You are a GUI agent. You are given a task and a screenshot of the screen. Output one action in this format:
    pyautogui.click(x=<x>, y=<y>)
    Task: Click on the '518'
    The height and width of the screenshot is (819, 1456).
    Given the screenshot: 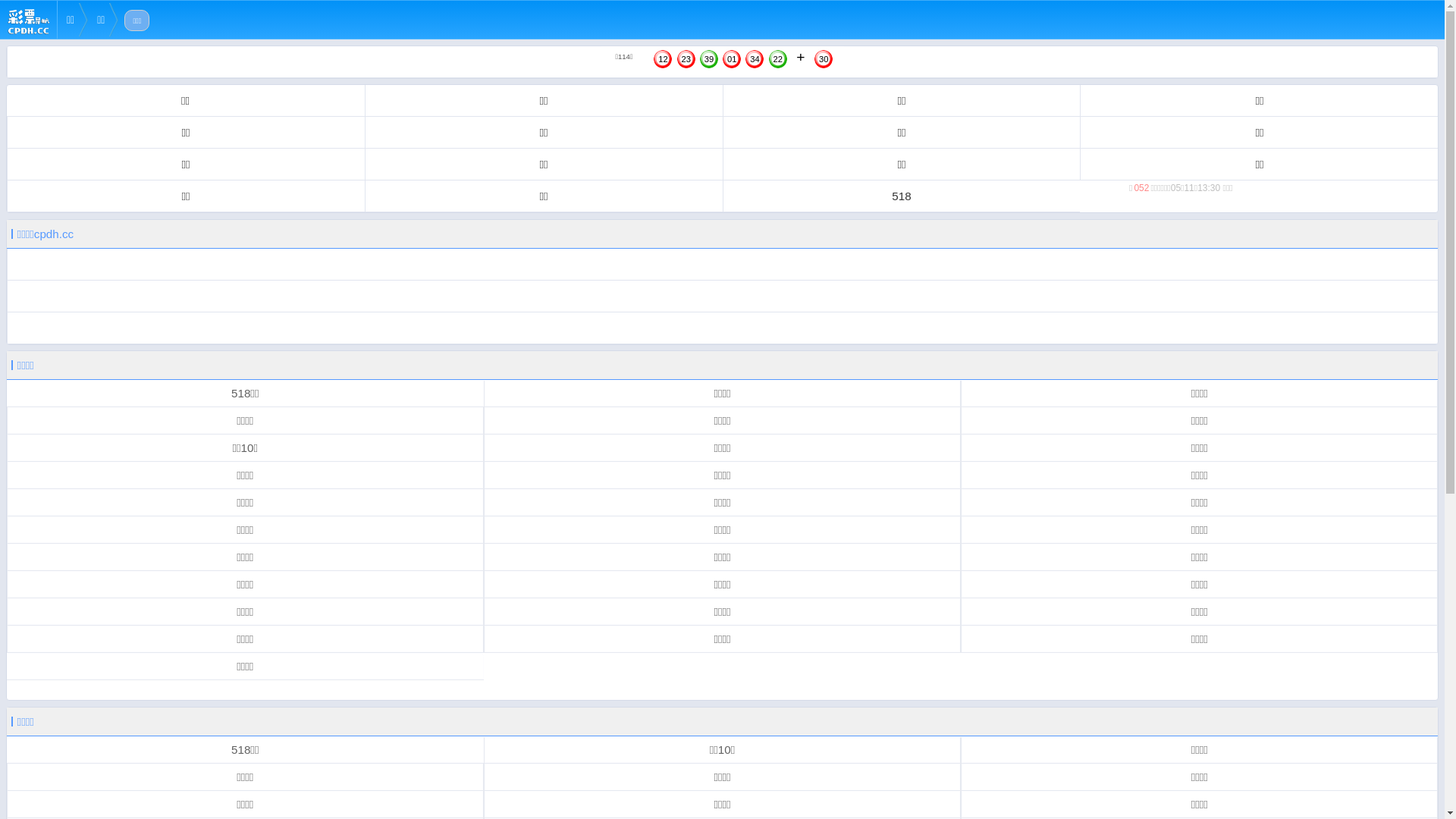 What is the action you would take?
    pyautogui.click(x=901, y=195)
    